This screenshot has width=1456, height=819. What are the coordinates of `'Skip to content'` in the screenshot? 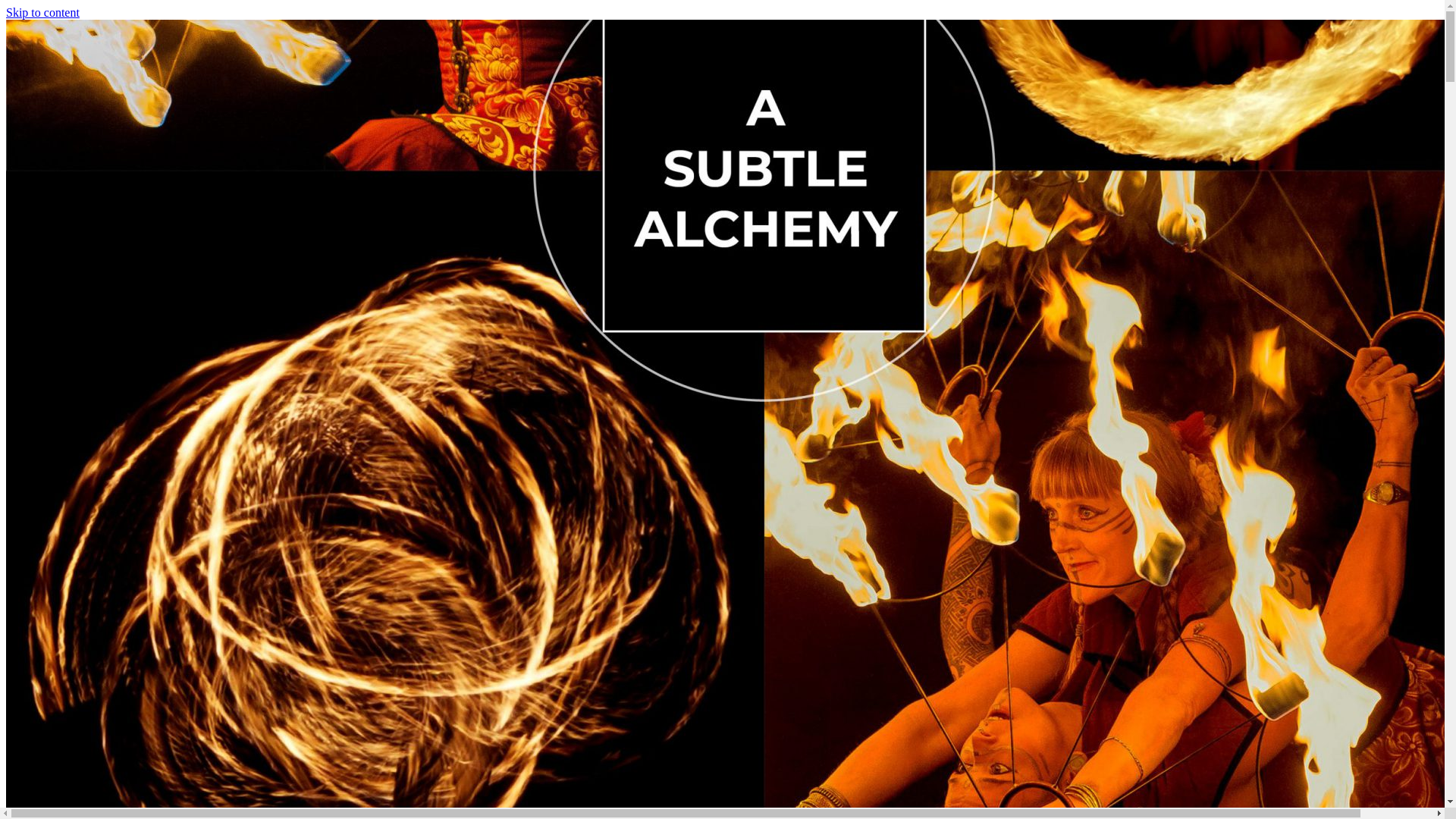 It's located at (42, 12).